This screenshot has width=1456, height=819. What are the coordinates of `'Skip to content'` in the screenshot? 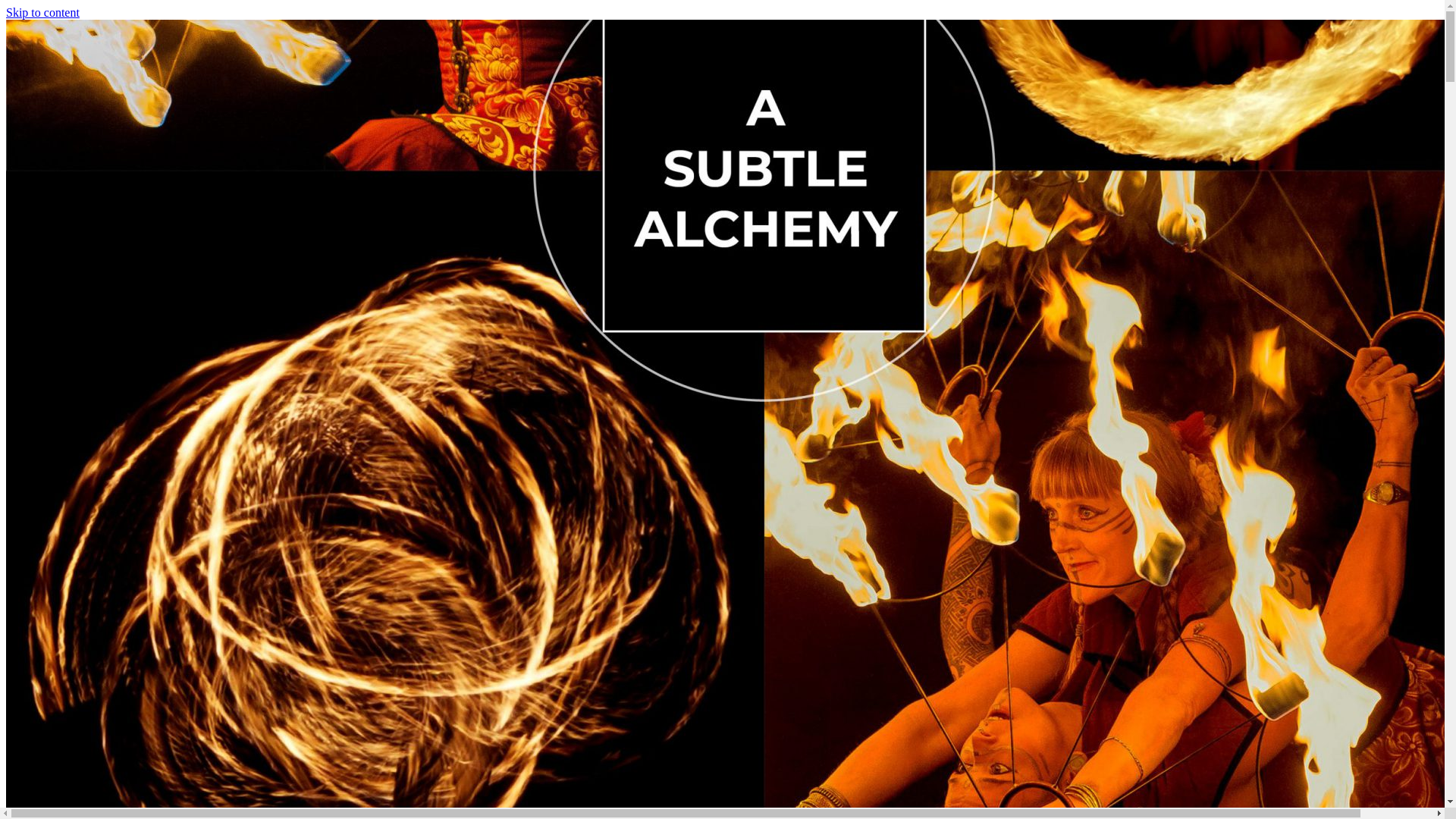 It's located at (42, 12).